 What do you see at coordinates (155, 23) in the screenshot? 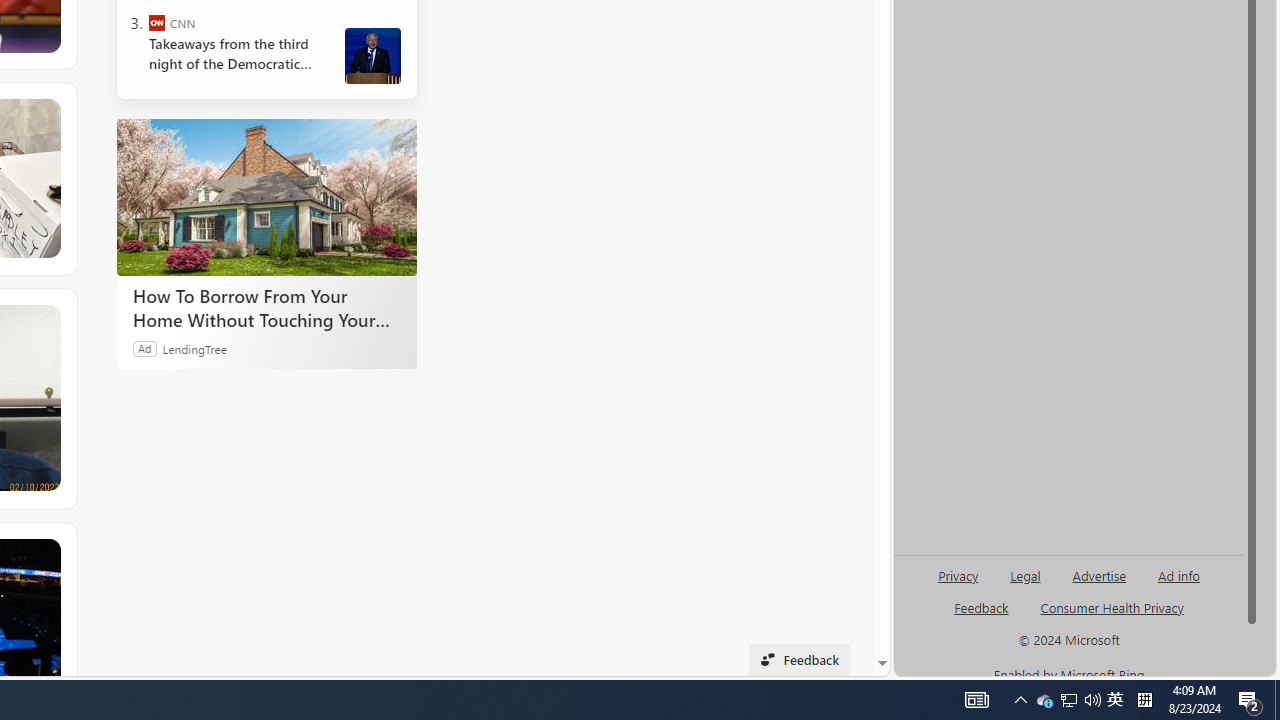
I see `'CNN'` at bounding box center [155, 23].